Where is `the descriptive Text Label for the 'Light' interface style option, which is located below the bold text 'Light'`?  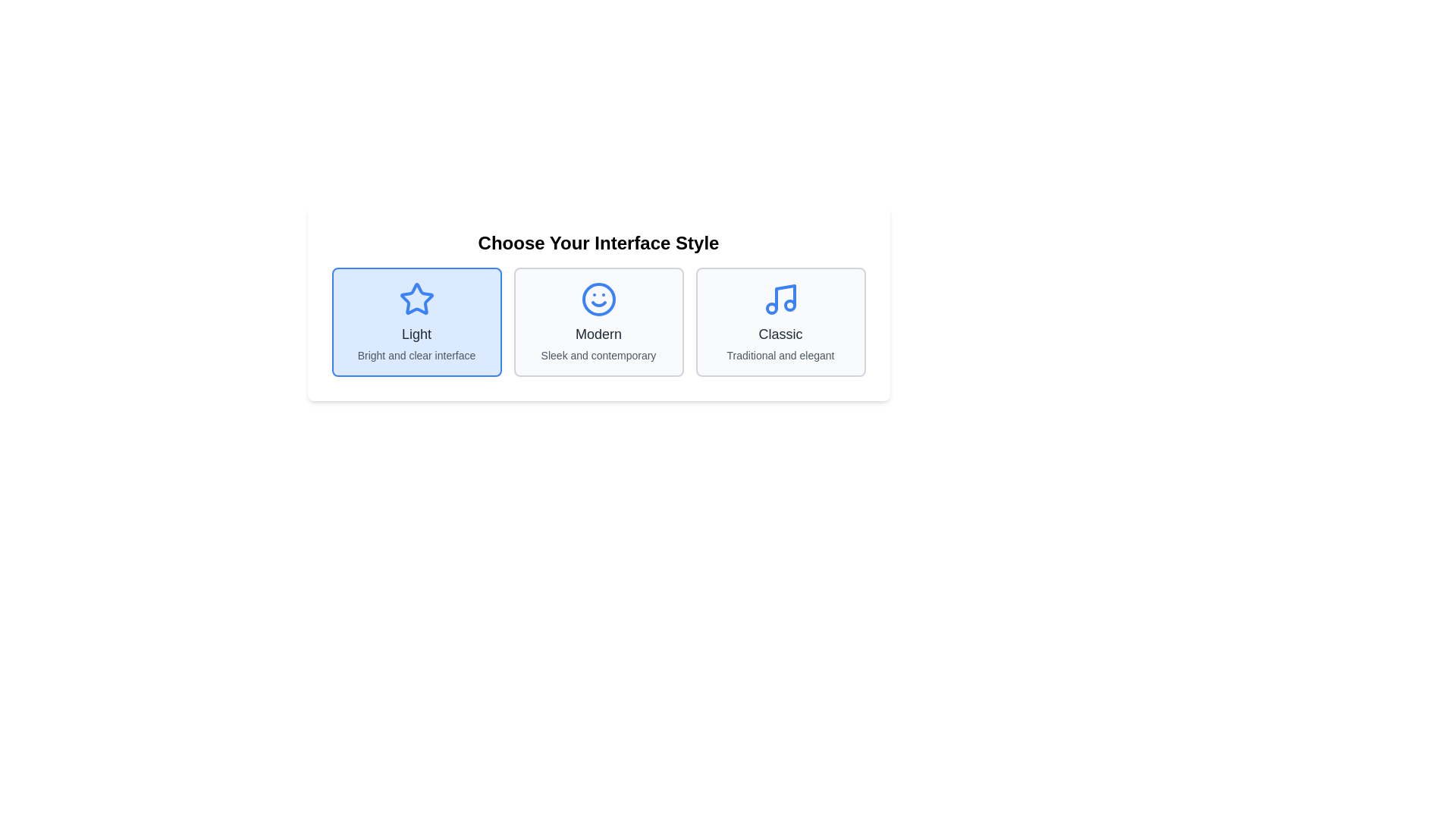
the descriptive Text Label for the 'Light' interface style option, which is located below the bold text 'Light' is located at coordinates (416, 356).